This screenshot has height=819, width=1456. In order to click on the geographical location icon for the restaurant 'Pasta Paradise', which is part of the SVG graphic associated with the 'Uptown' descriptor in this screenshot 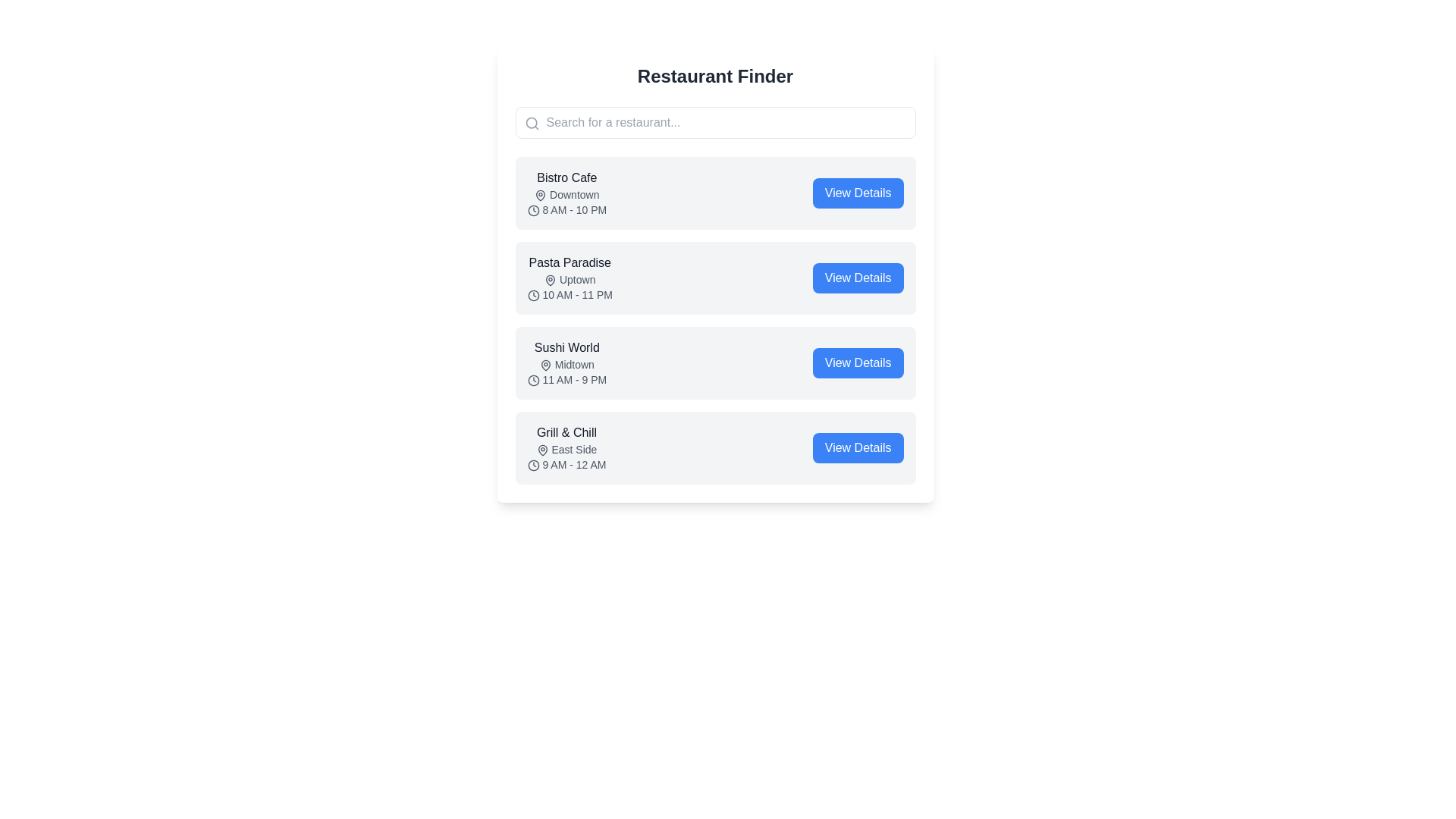, I will do `click(550, 281)`.